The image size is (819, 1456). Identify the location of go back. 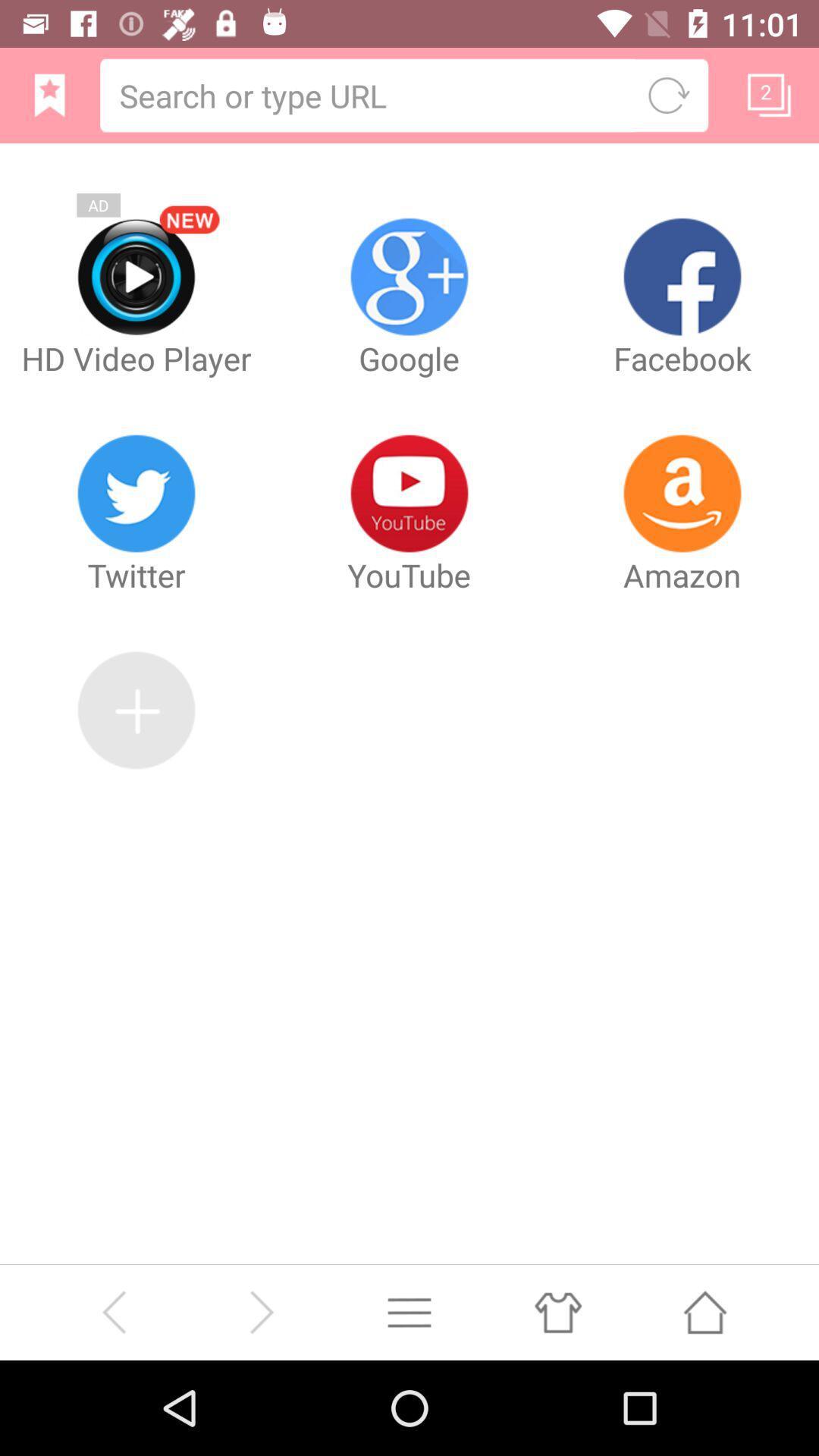
(113, 1311).